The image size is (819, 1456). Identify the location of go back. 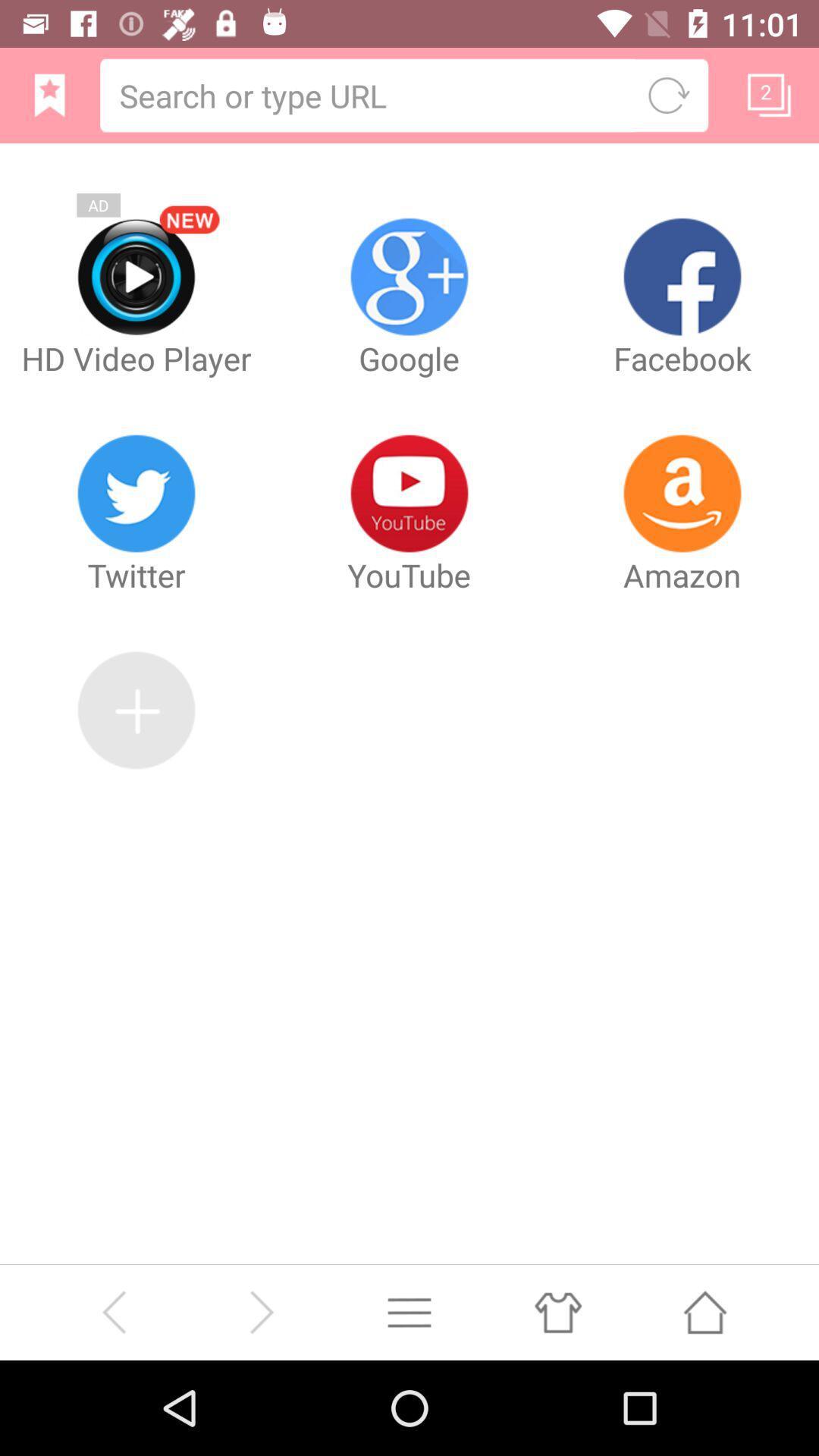
(113, 1311).